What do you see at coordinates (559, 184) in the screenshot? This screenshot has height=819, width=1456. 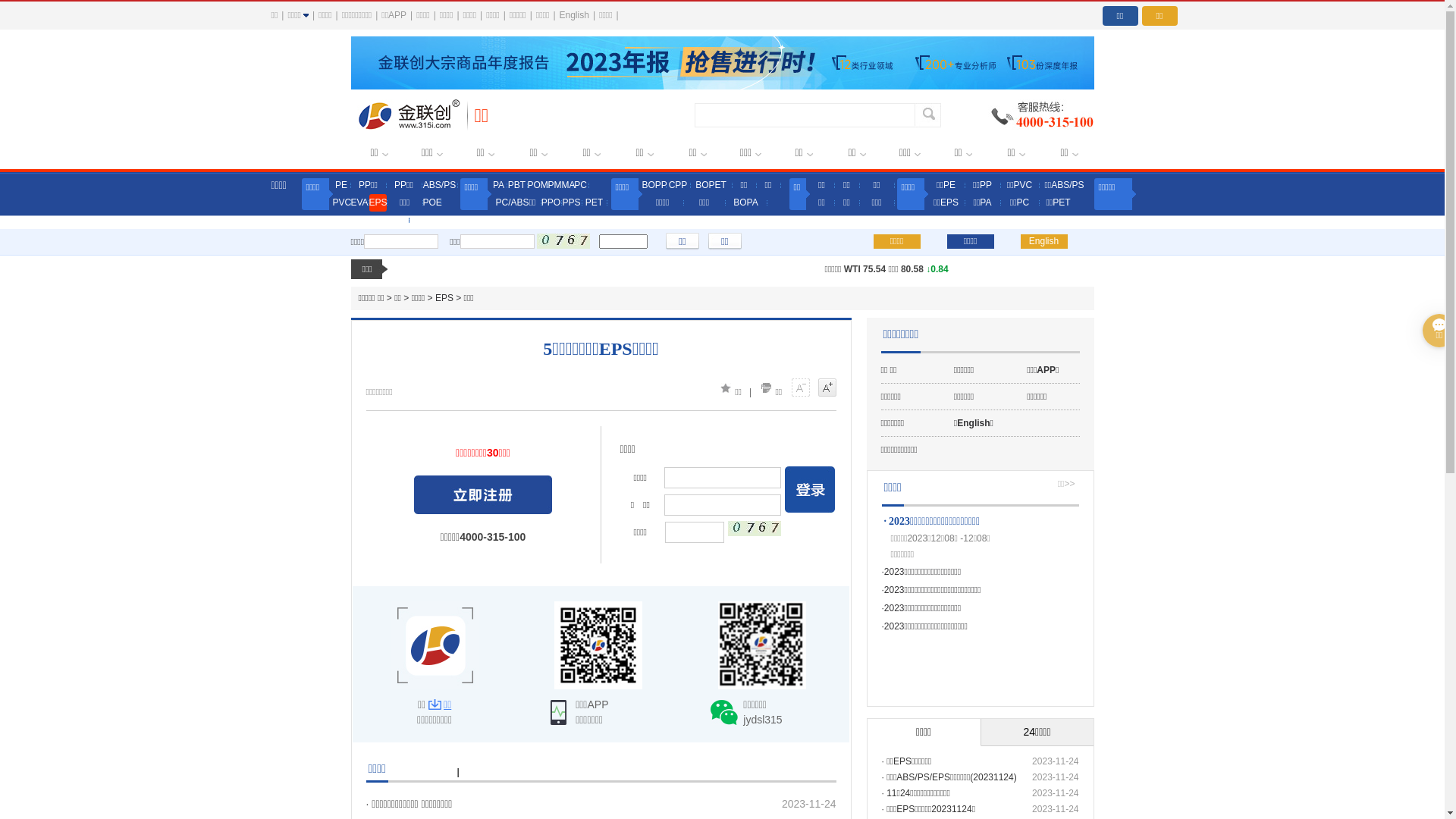 I see `'PMMA'` at bounding box center [559, 184].